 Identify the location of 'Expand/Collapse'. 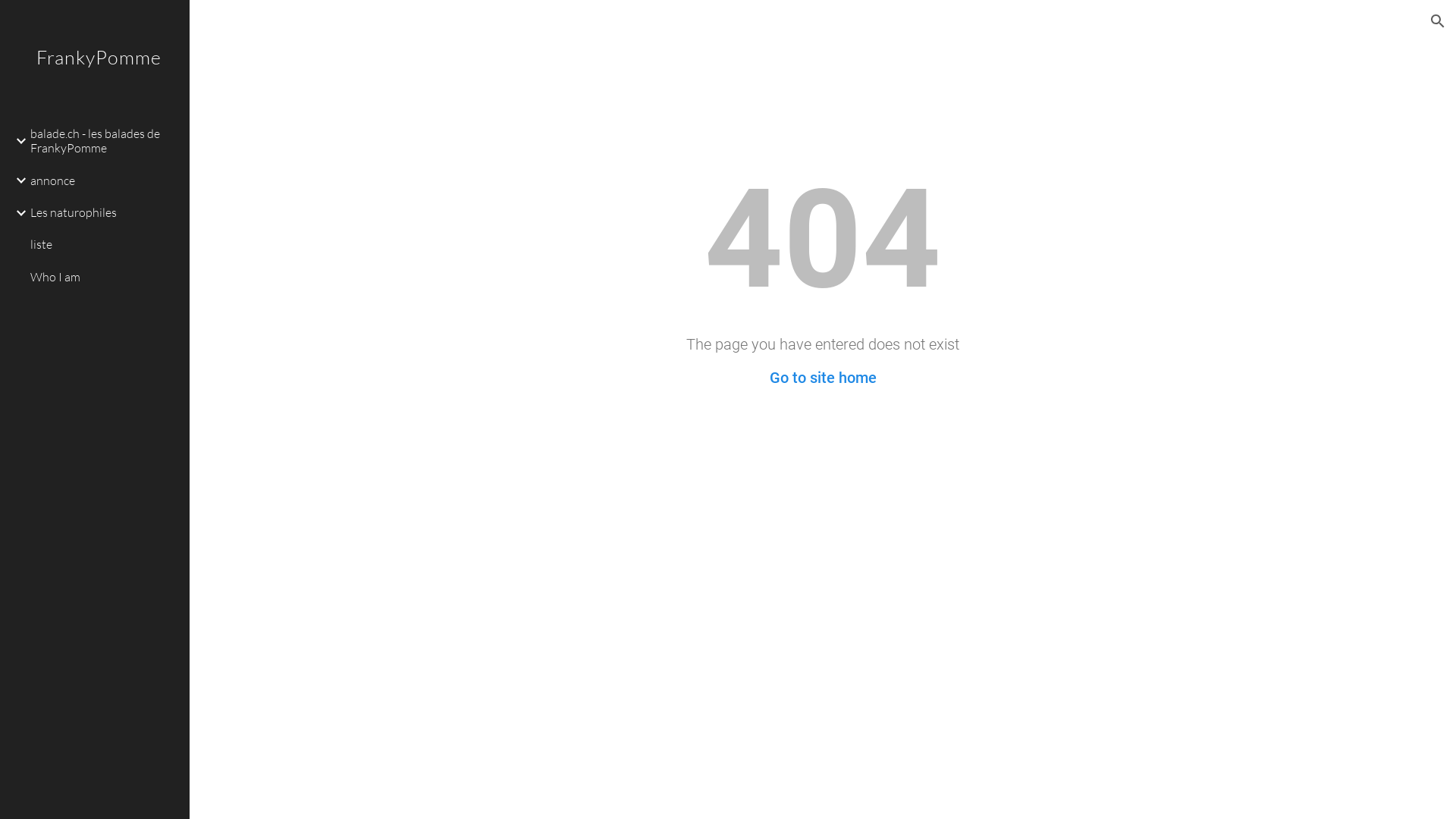
(17, 140).